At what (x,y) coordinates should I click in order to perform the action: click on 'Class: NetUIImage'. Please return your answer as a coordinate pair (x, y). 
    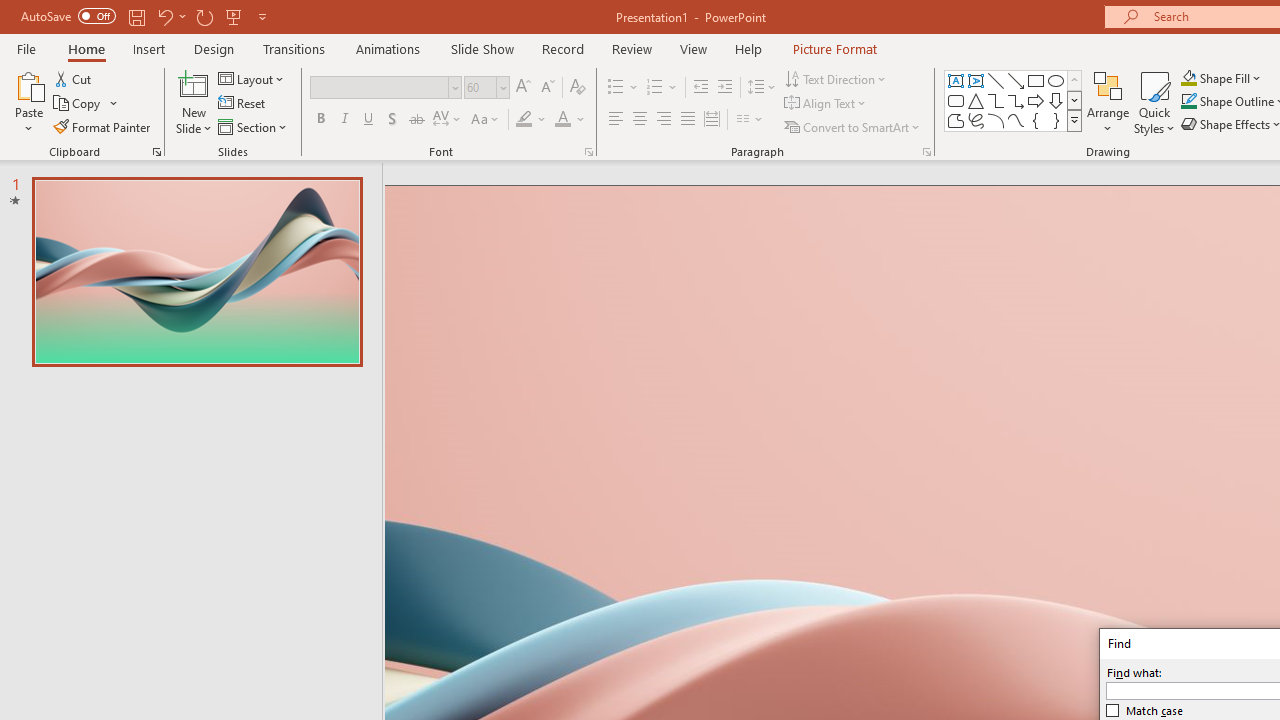
    Looking at the image, I should click on (1074, 120).